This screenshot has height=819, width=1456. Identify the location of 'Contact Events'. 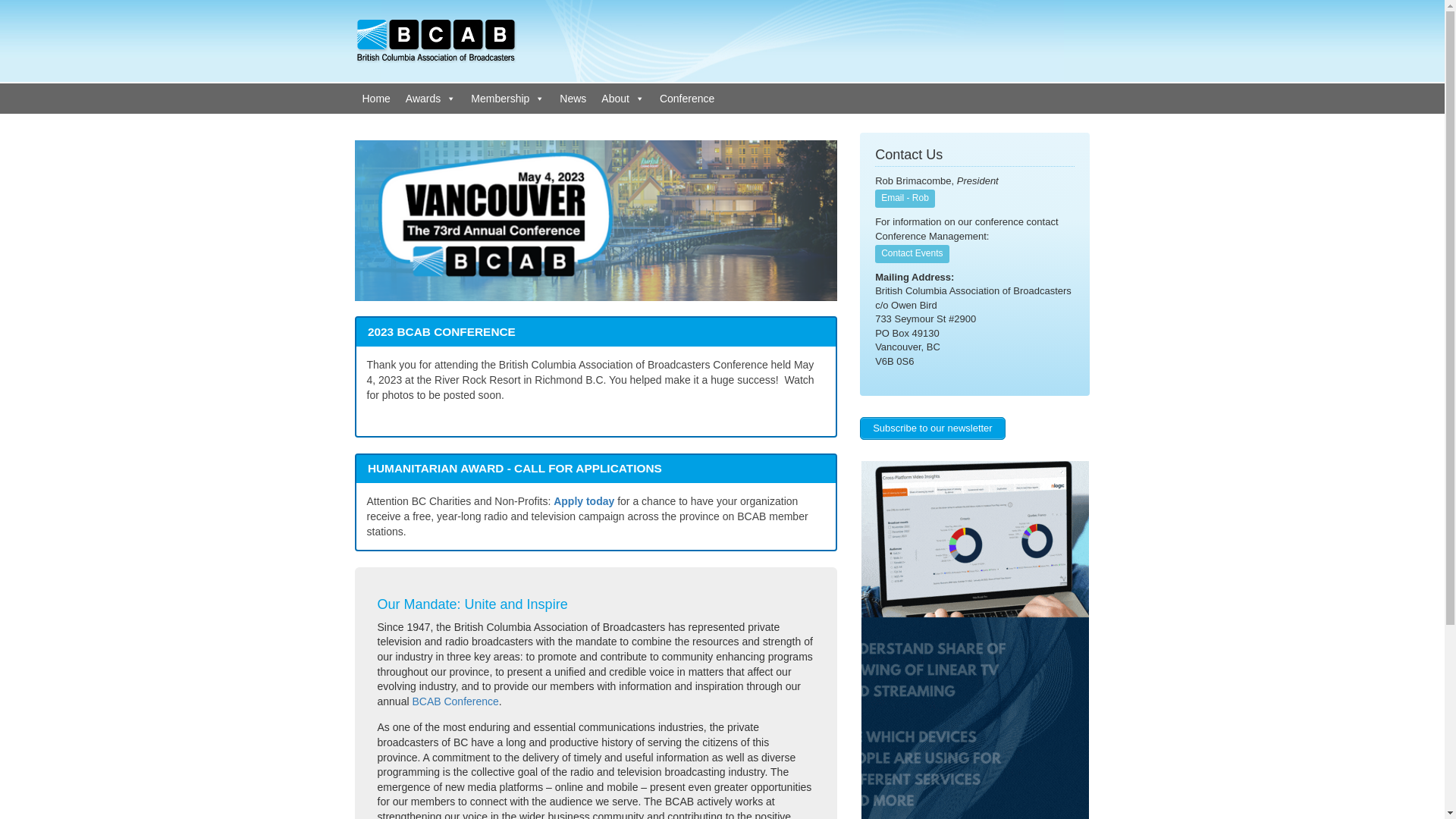
(911, 253).